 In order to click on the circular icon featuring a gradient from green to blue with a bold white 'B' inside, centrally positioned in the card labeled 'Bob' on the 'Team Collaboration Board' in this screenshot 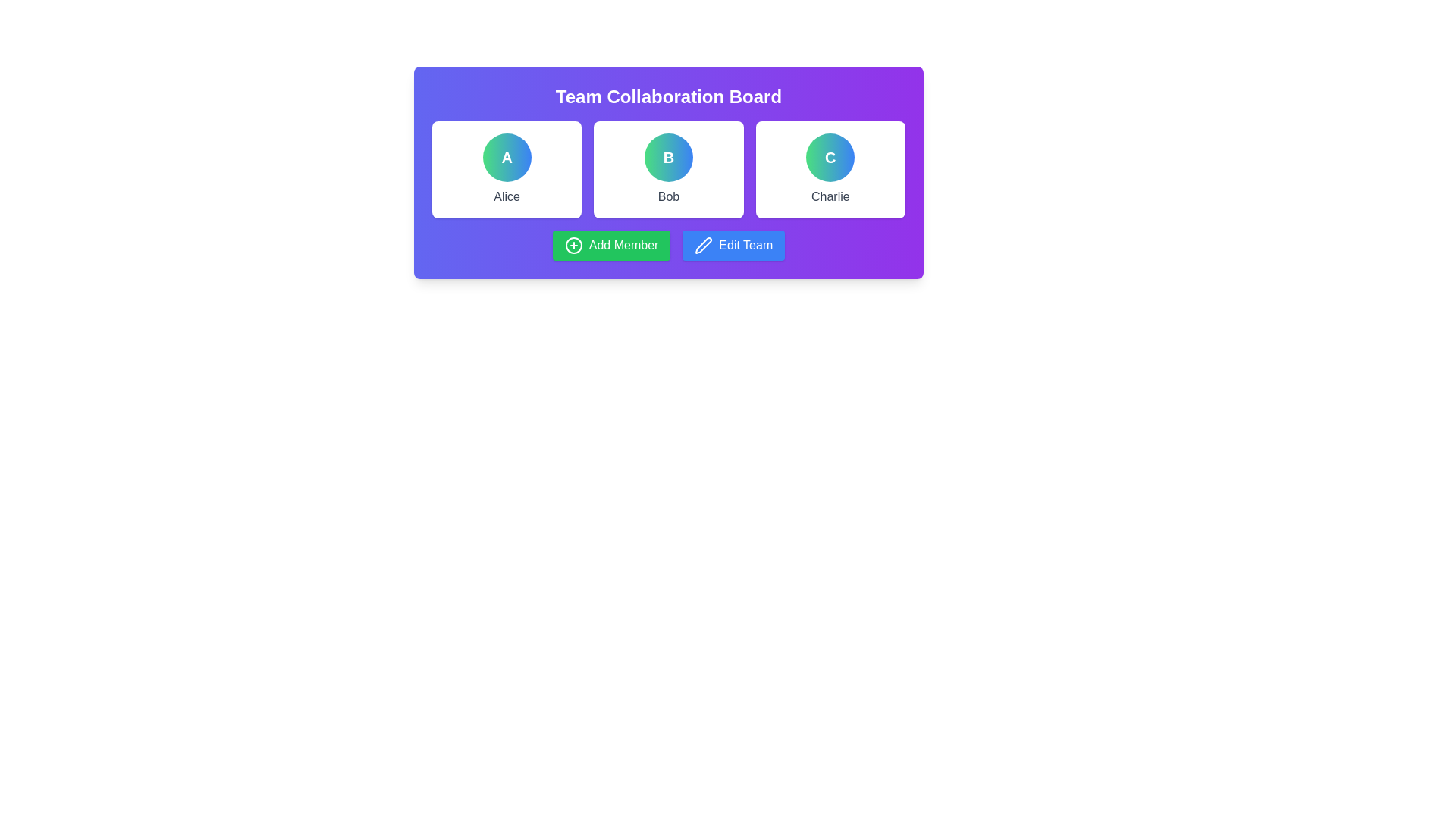, I will do `click(668, 158)`.